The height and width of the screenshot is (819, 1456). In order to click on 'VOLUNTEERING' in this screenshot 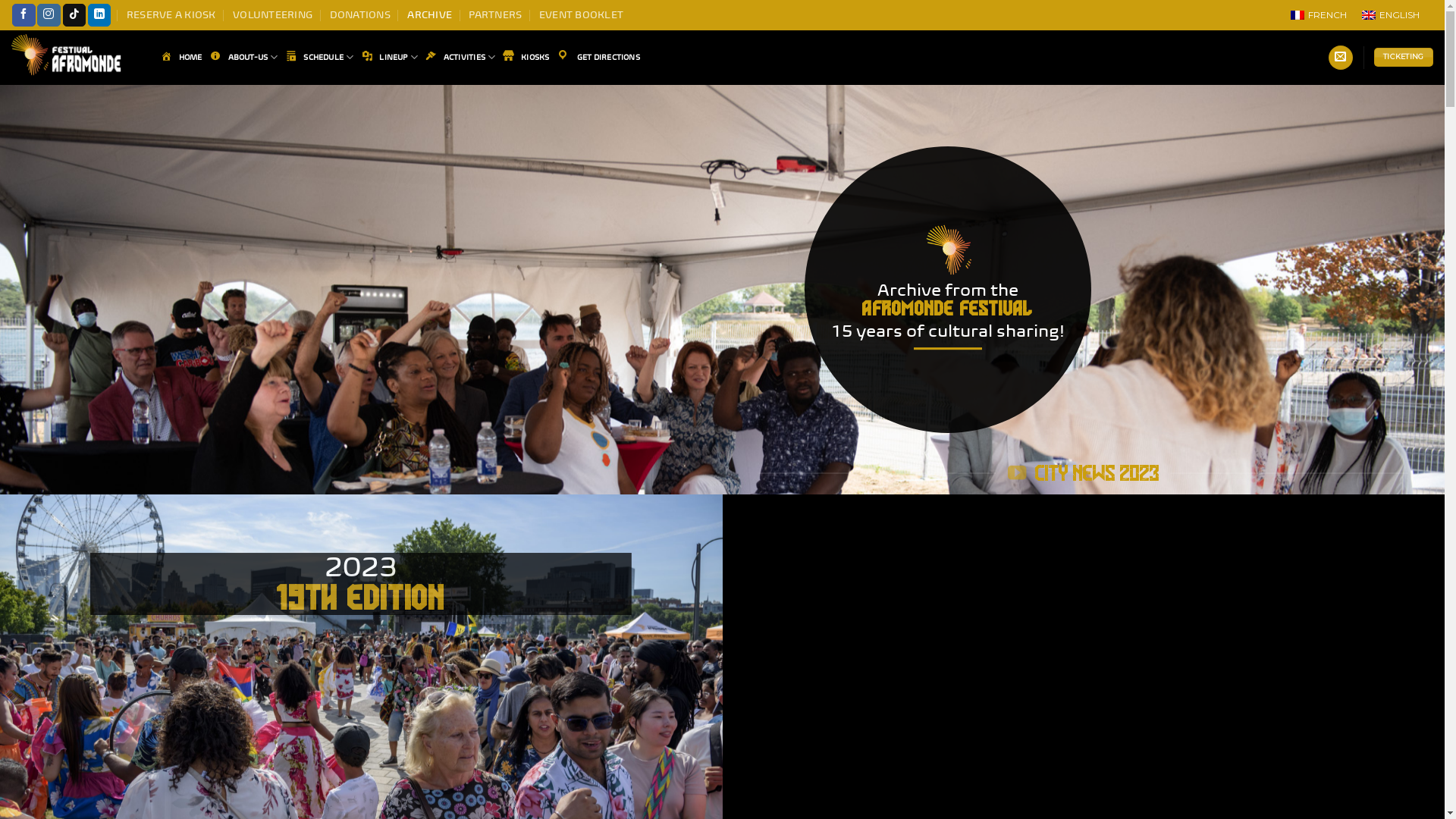, I will do `click(272, 14)`.